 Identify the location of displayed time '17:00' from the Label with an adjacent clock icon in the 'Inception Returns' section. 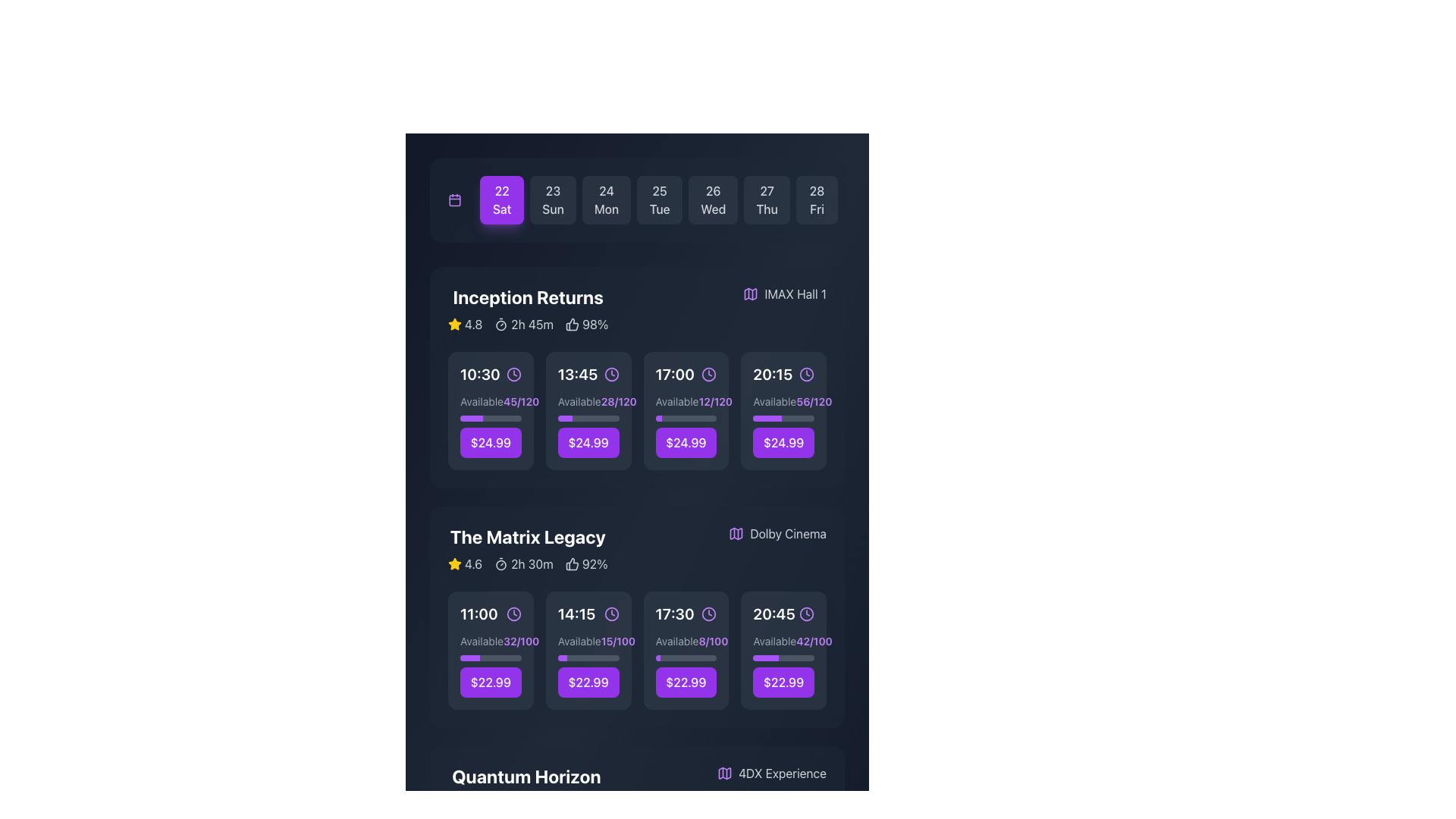
(685, 374).